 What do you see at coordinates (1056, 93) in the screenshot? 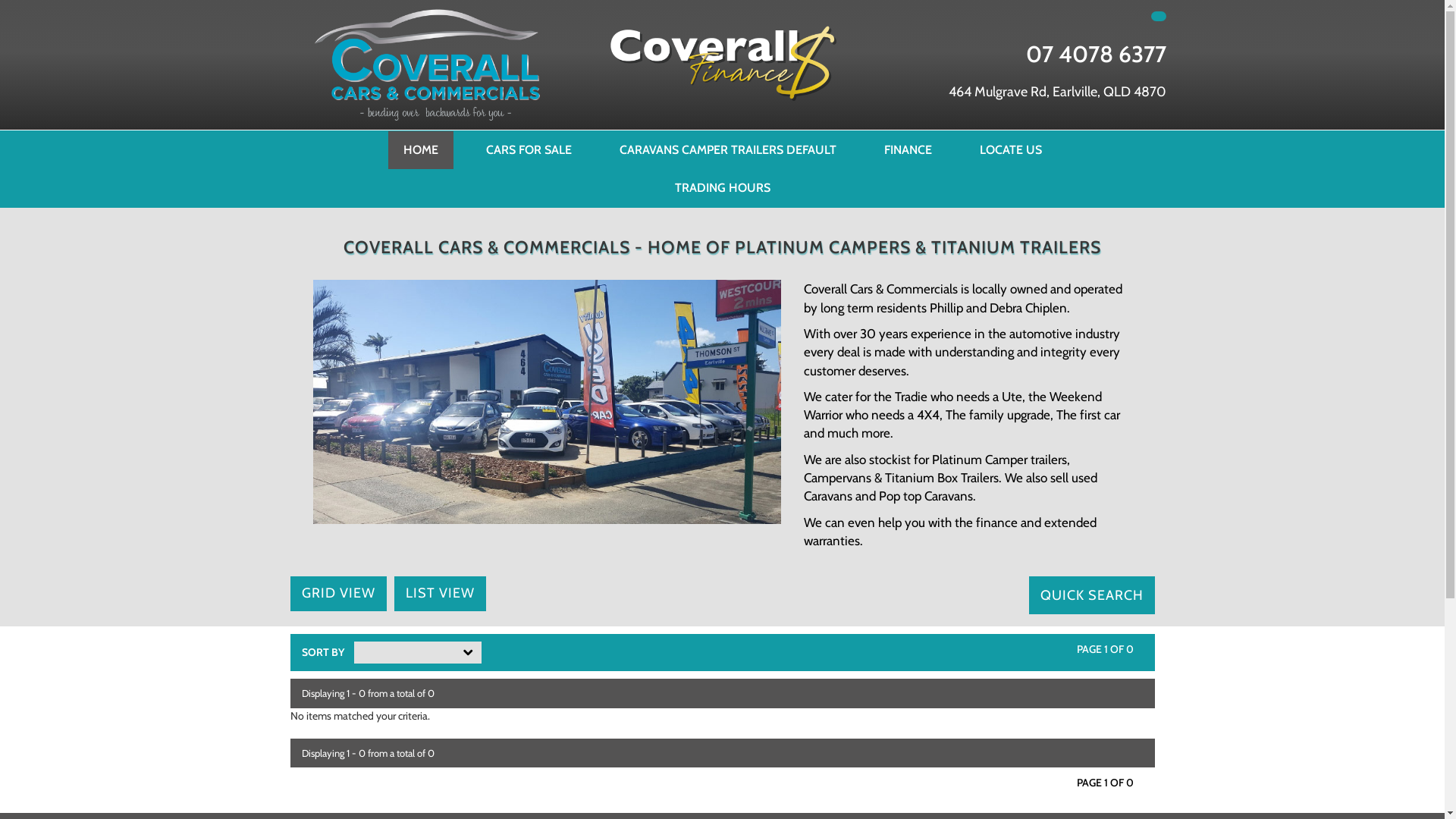
I see `'464 Mulgrave Rd, Earlville, QLD 4870'` at bounding box center [1056, 93].